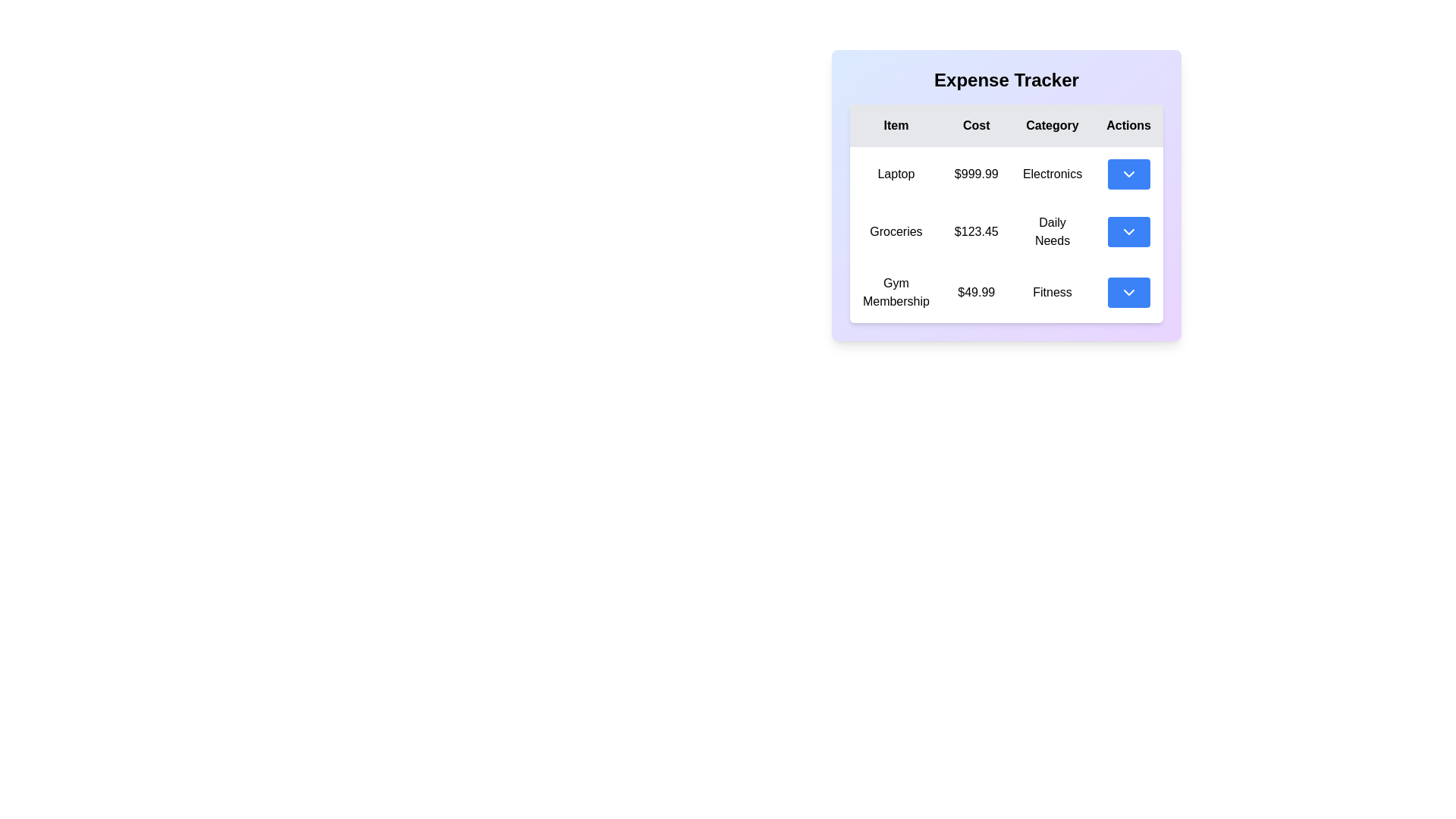 Image resolution: width=1456 pixels, height=819 pixels. What do you see at coordinates (1128, 174) in the screenshot?
I see `the button with a downward-facing chevron icon located in the 'Actions' column of the first row for the item 'Laptop'` at bounding box center [1128, 174].